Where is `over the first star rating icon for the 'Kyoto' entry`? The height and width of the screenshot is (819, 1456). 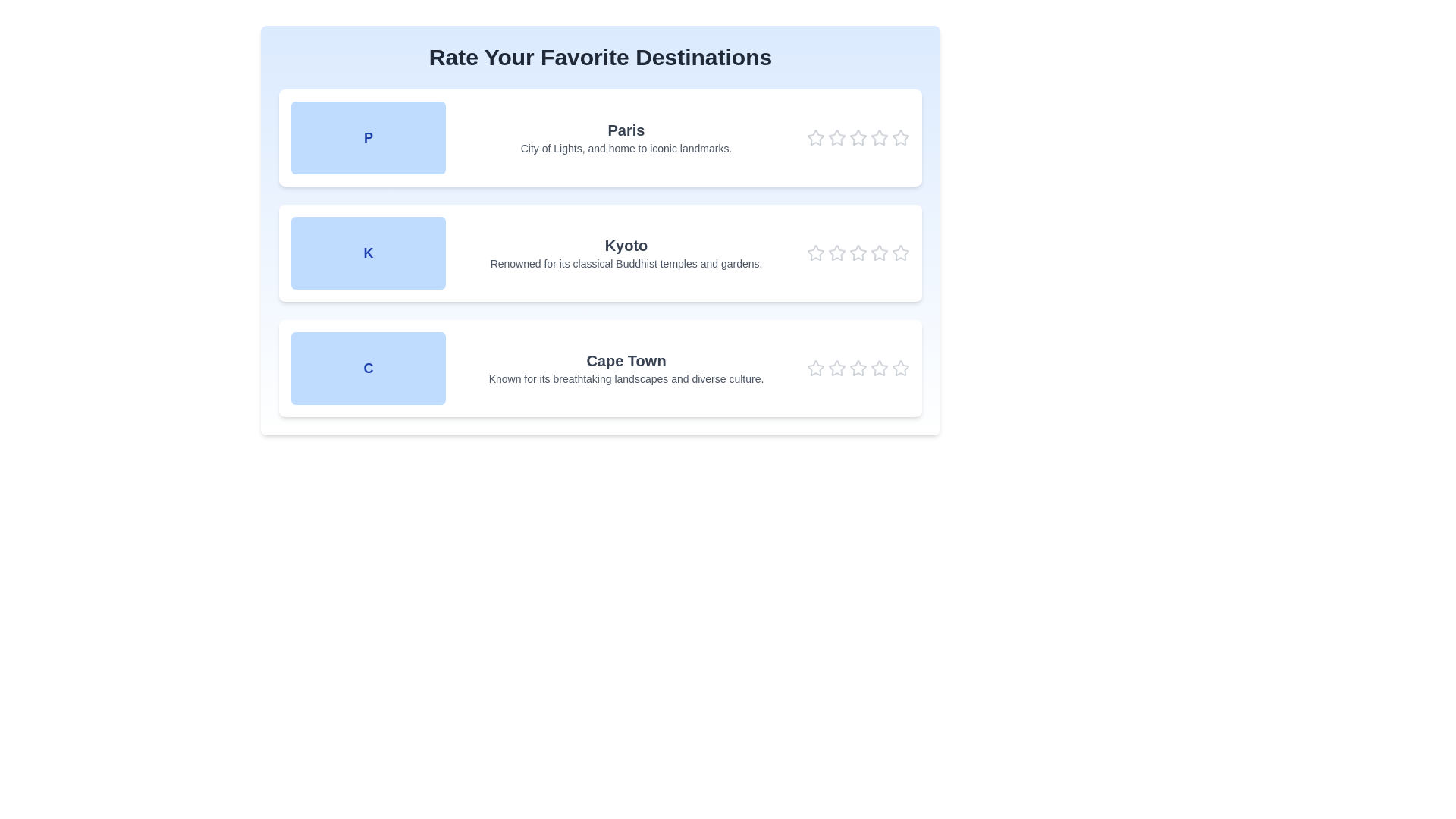 over the first star rating icon for the 'Kyoto' entry is located at coordinates (814, 252).